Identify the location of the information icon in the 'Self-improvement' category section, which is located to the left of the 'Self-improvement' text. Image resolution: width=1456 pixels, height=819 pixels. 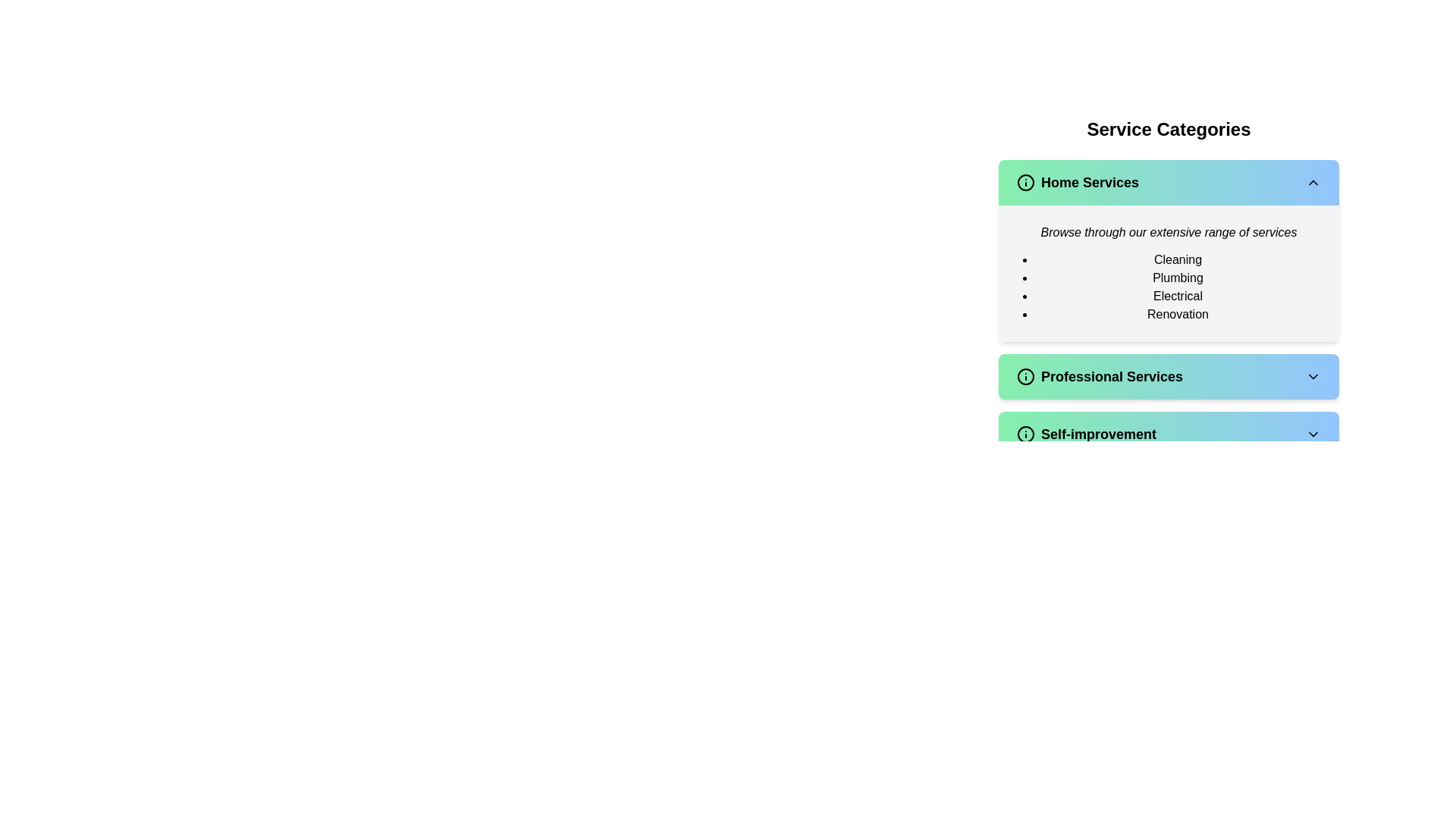
(1026, 435).